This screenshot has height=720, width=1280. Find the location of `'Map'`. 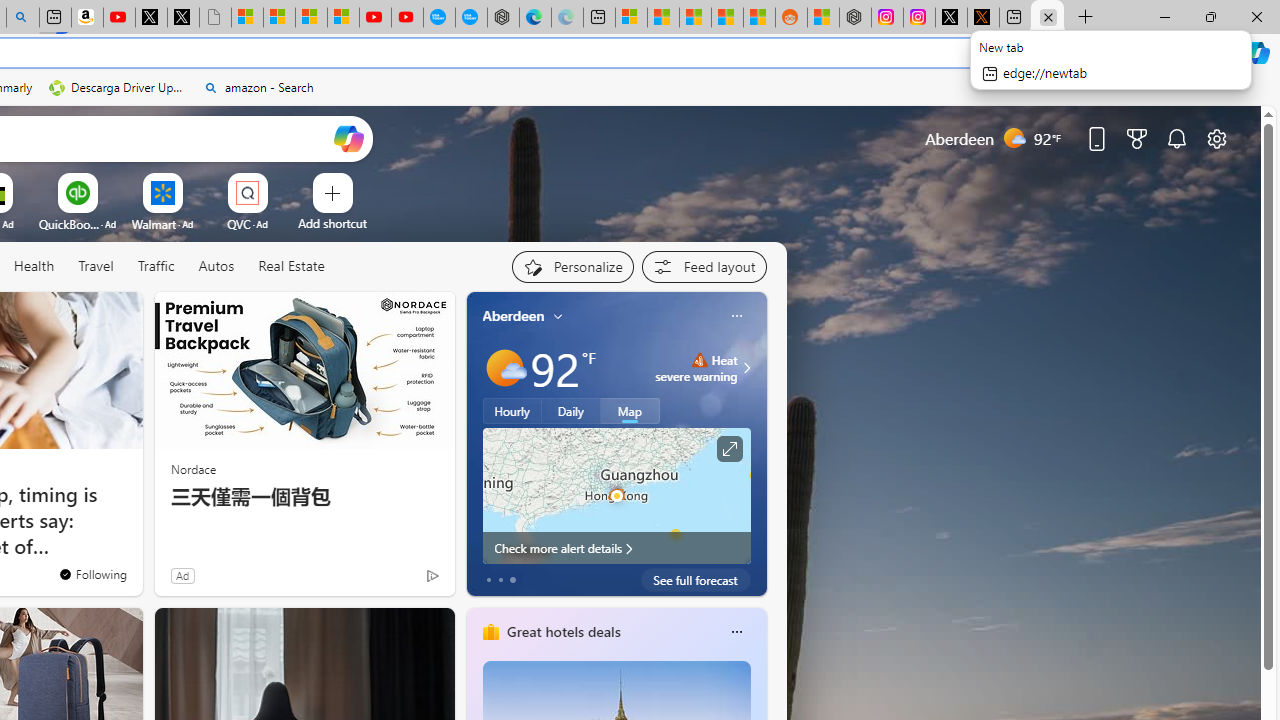

'Map' is located at coordinates (629, 410).